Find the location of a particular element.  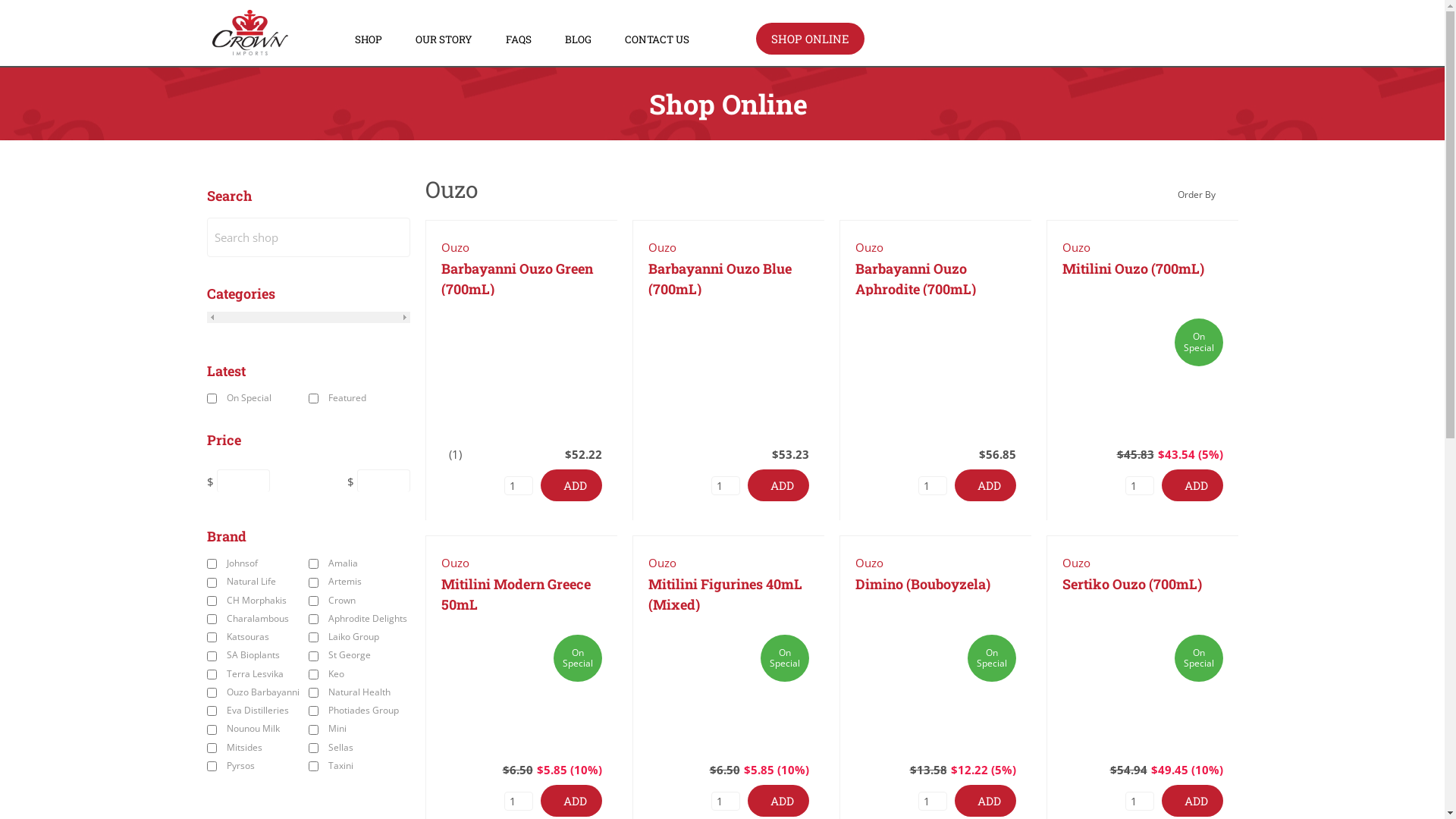

'SHOP' is located at coordinates (368, 39).